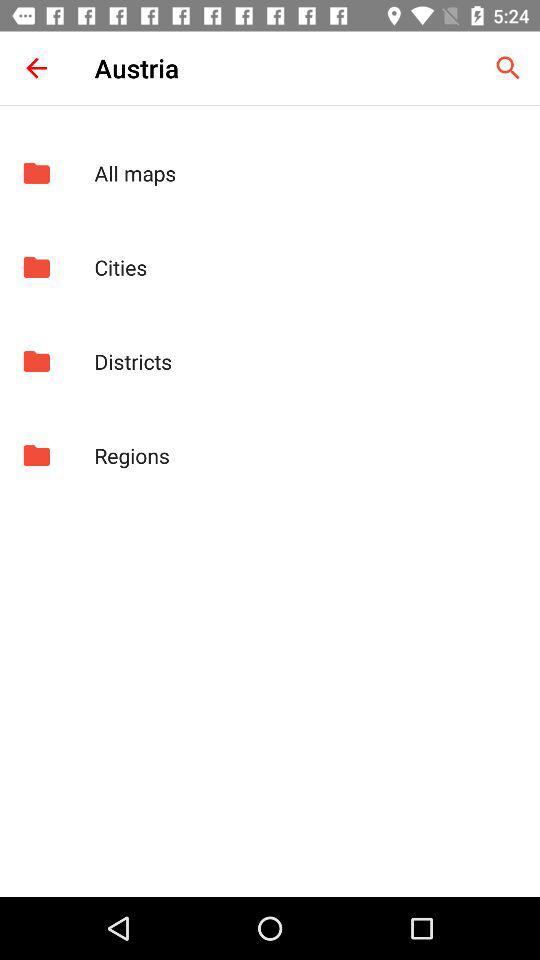 The width and height of the screenshot is (540, 960). Describe the element at coordinates (306, 360) in the screenshot. I see `the districts` at that location.